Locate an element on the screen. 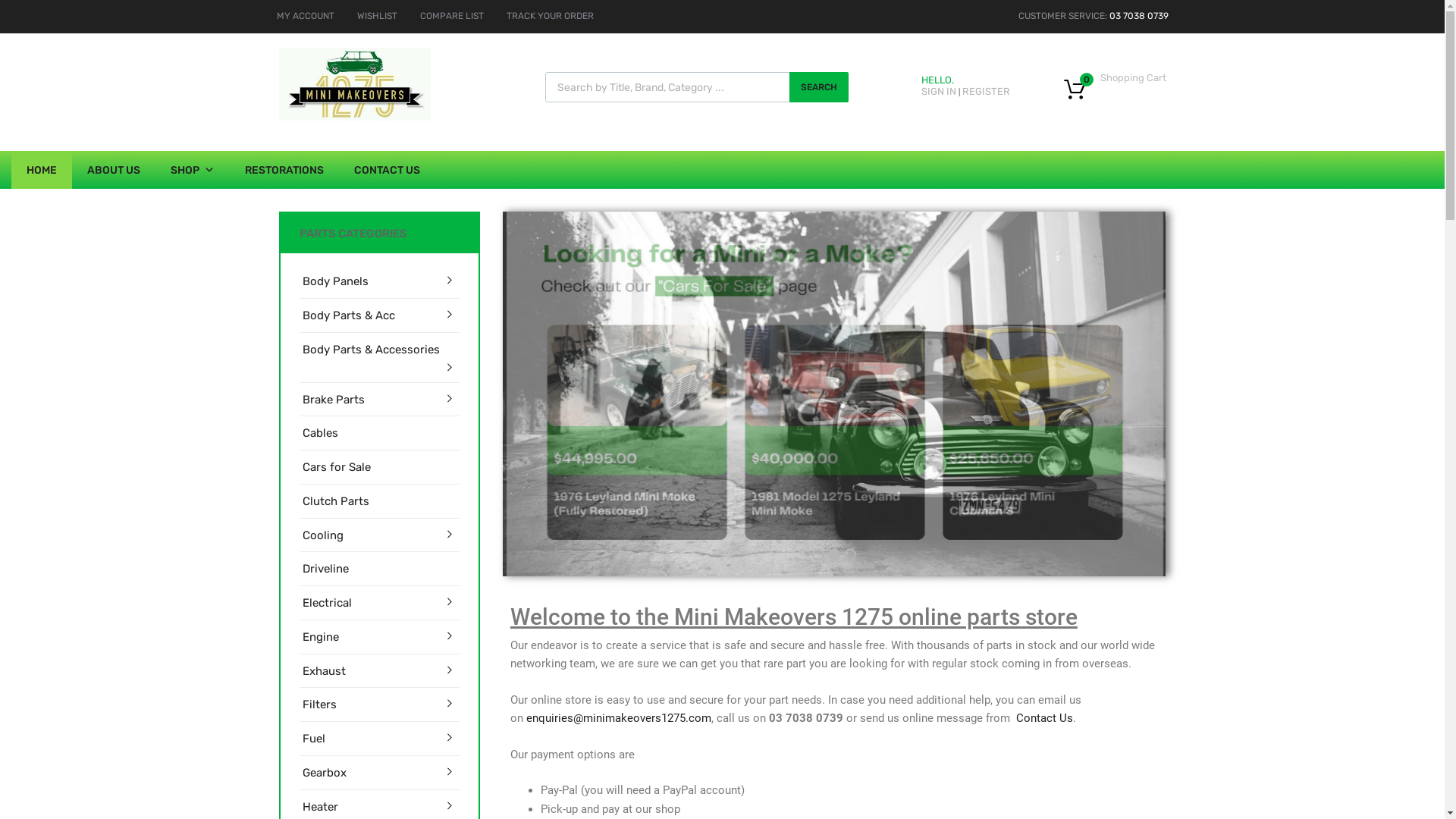  'Exhaust' is located at coordinates (322, 670).